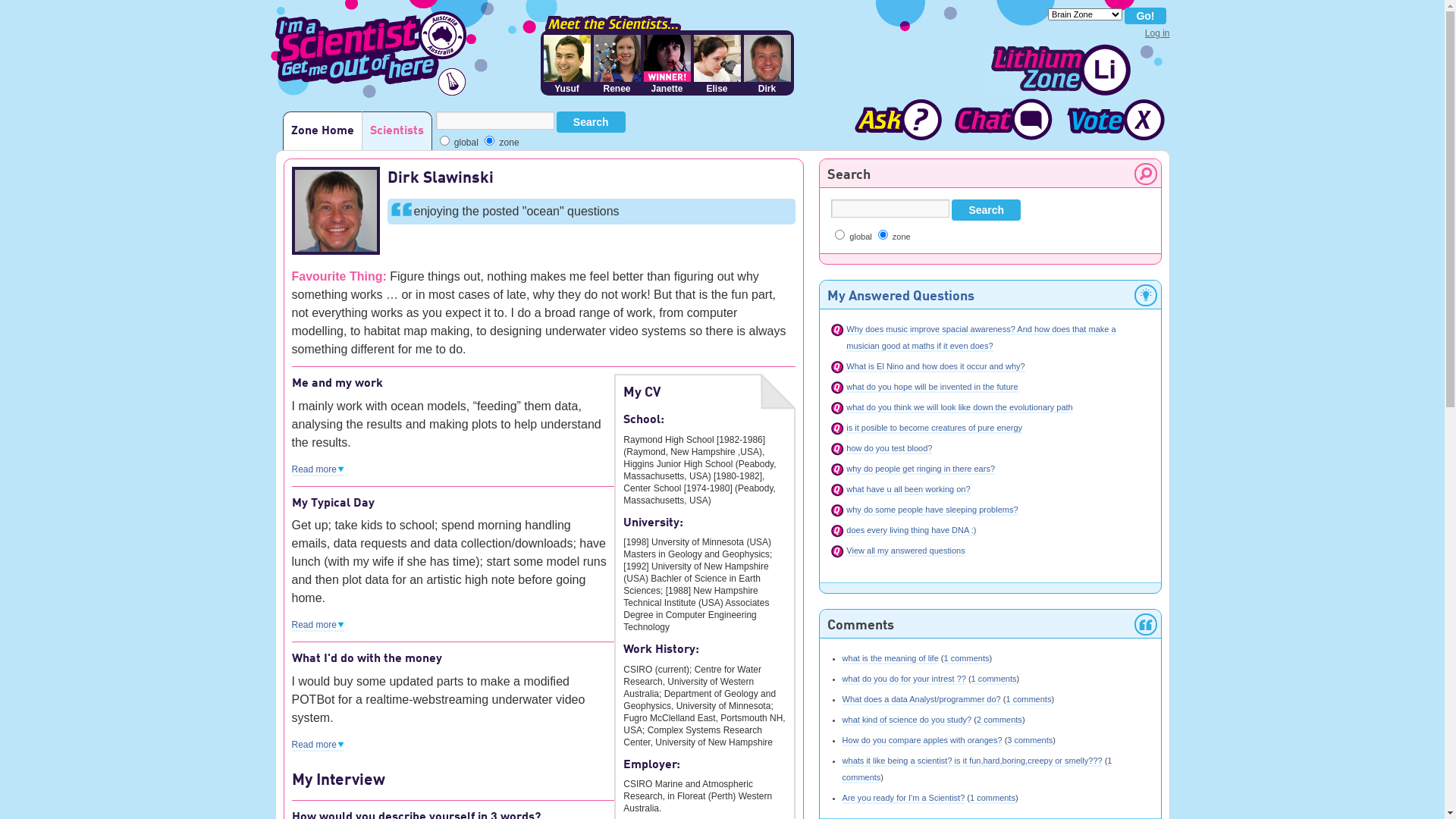  Describe the element at coordinates (901, 297) in the screenshot. I see `'My Answered Questions'` at that location.